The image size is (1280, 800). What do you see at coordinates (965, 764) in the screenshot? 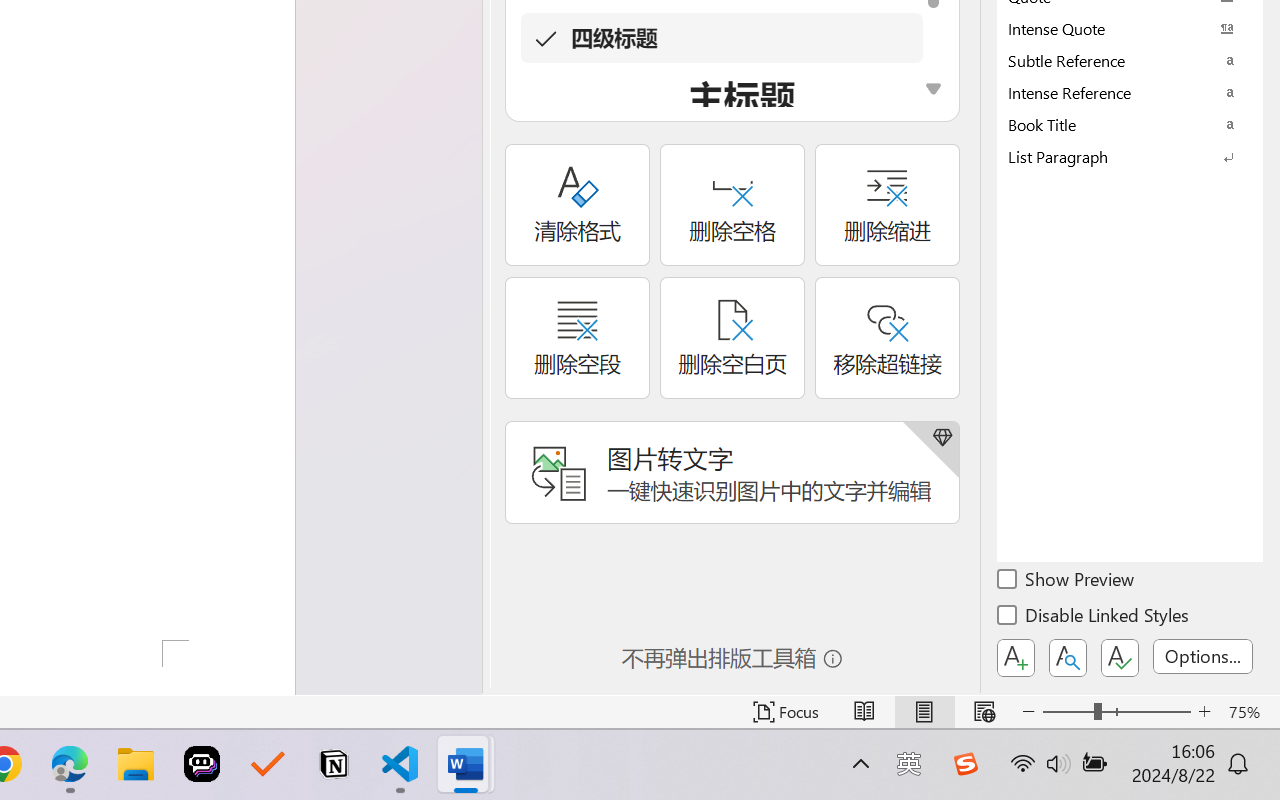
I see `'Class: Image'` at bounding box center [965, 764].